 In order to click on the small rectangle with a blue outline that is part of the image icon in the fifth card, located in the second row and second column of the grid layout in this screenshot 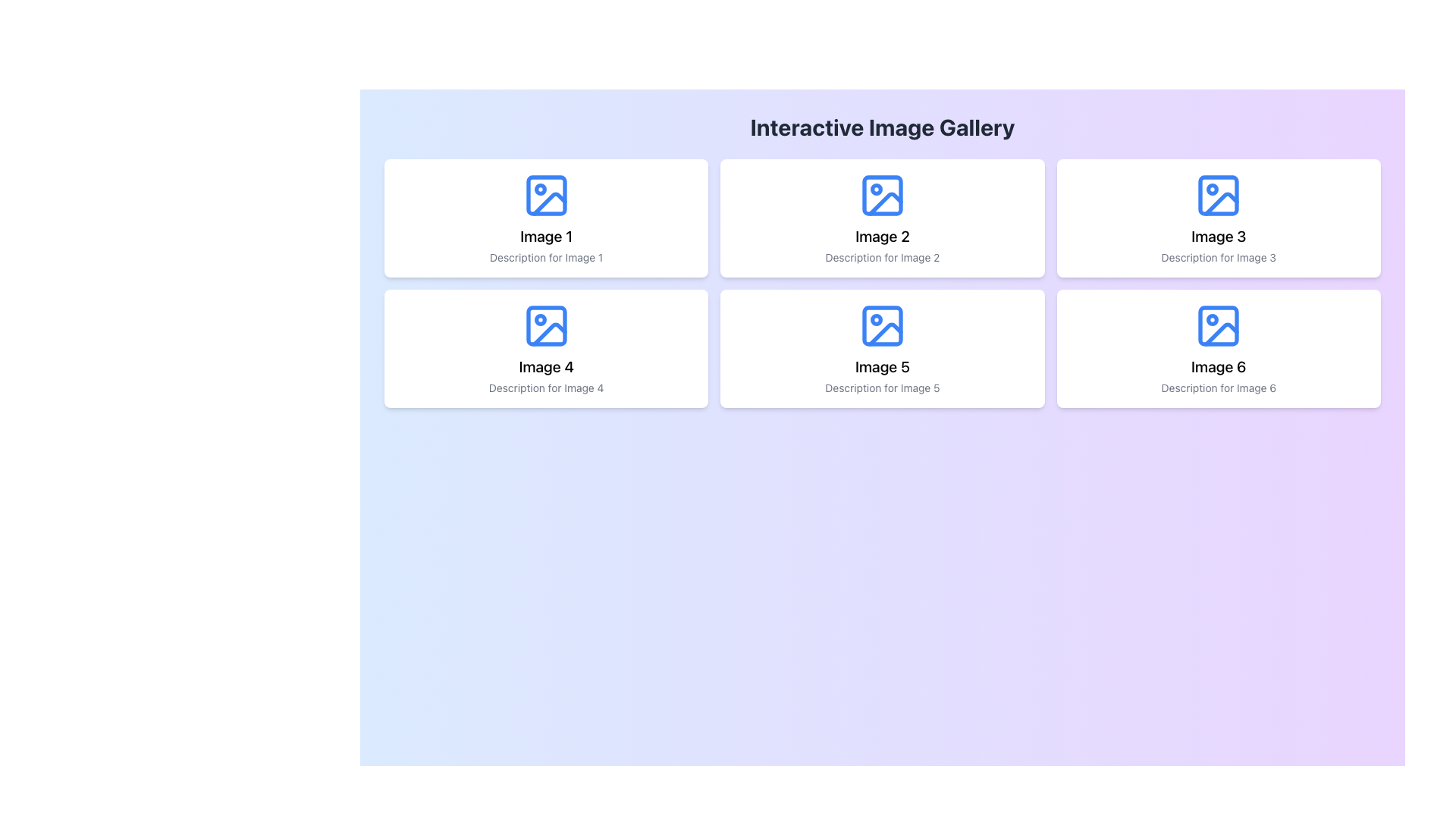, I will do `click(882, 325)`.